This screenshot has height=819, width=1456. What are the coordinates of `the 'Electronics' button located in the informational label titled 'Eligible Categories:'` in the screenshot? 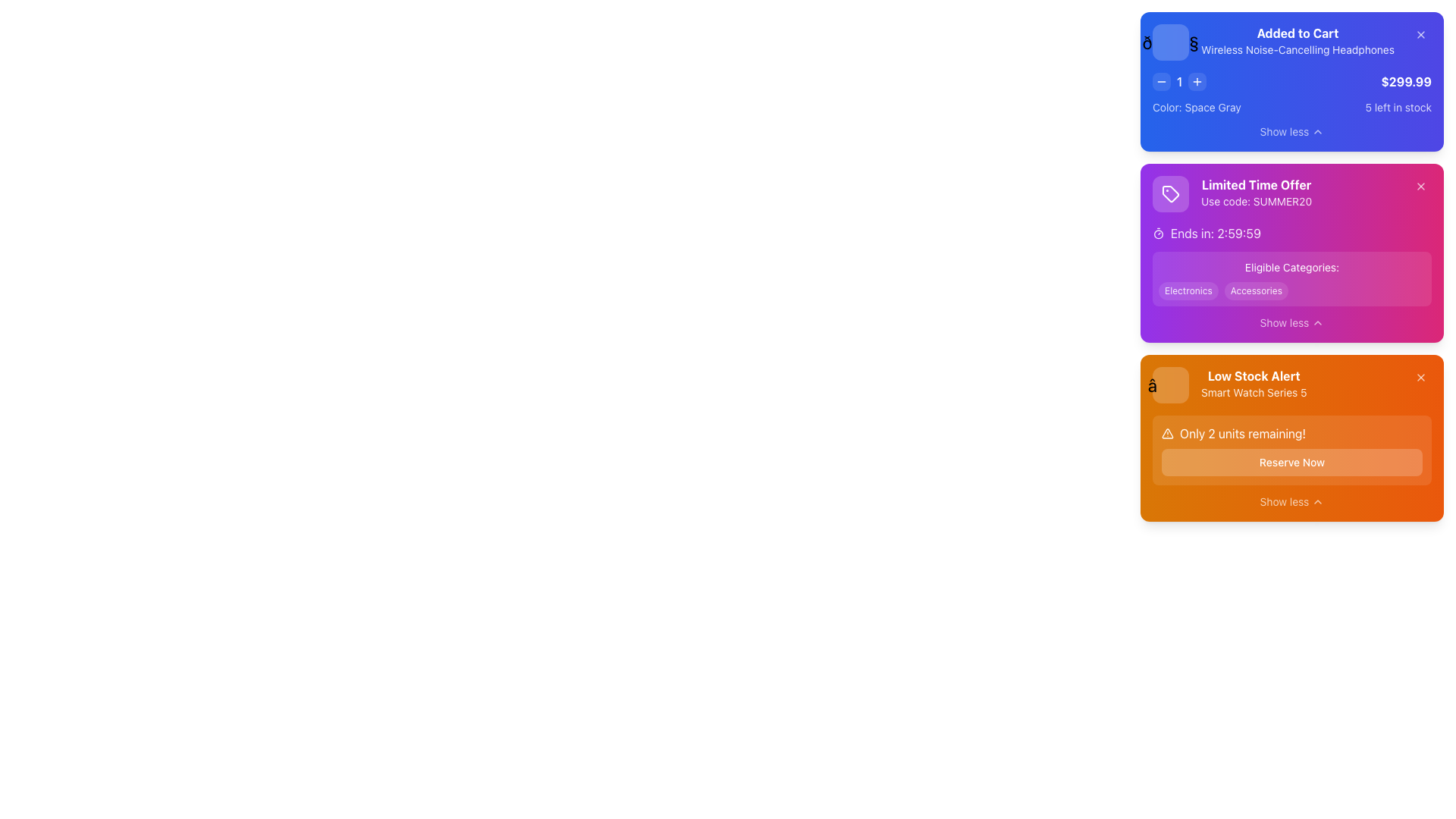 It's located at (1291, 278).